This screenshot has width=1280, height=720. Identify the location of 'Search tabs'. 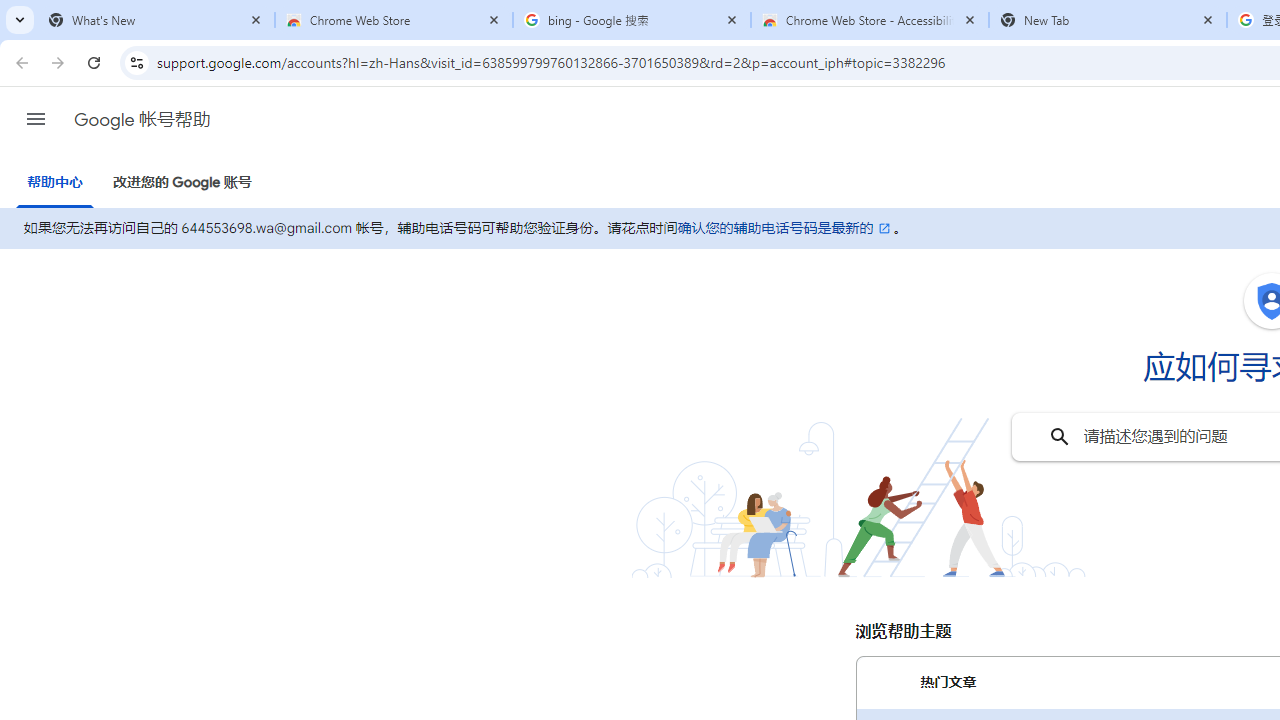
(20, 20).